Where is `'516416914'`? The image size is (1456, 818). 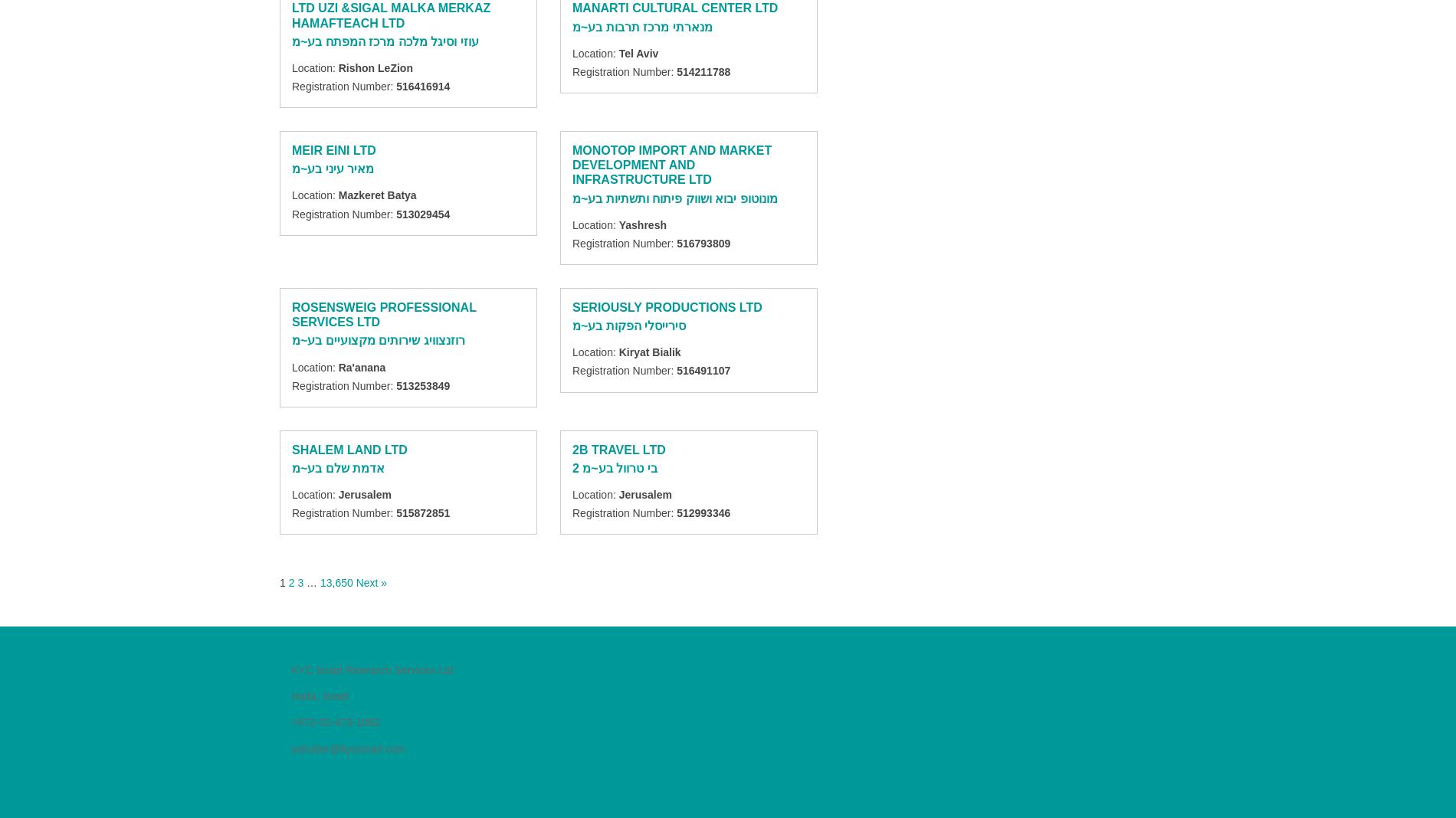
'516416914' is located at coordinates (422, 85).